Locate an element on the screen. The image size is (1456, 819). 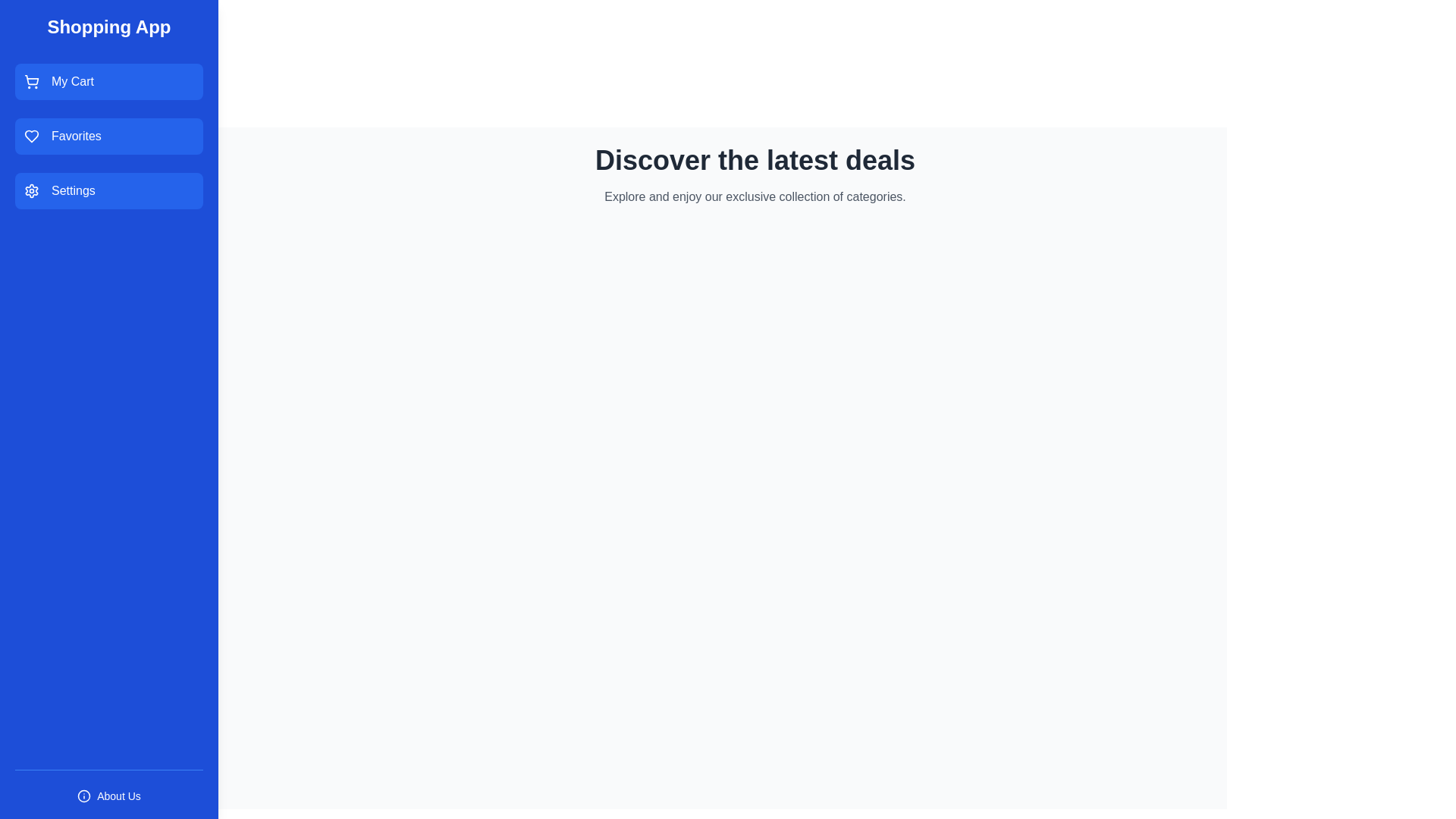
the 'My Cart' button to navigate to the cart page is located at coordinates (108, 82).